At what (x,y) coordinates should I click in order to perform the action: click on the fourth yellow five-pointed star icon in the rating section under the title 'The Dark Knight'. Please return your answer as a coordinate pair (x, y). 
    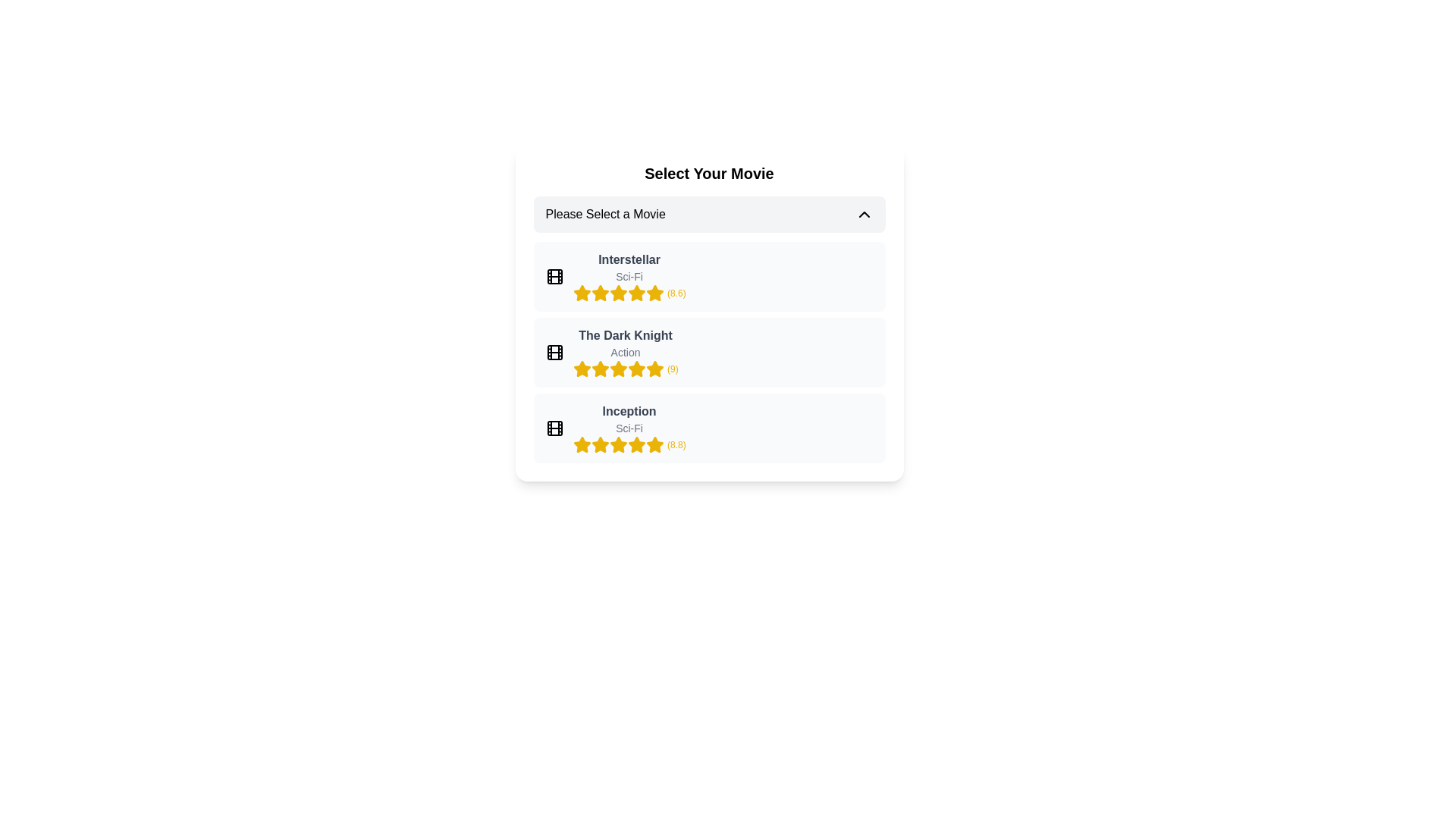
    Looking at the image, I should click on (618, 369).